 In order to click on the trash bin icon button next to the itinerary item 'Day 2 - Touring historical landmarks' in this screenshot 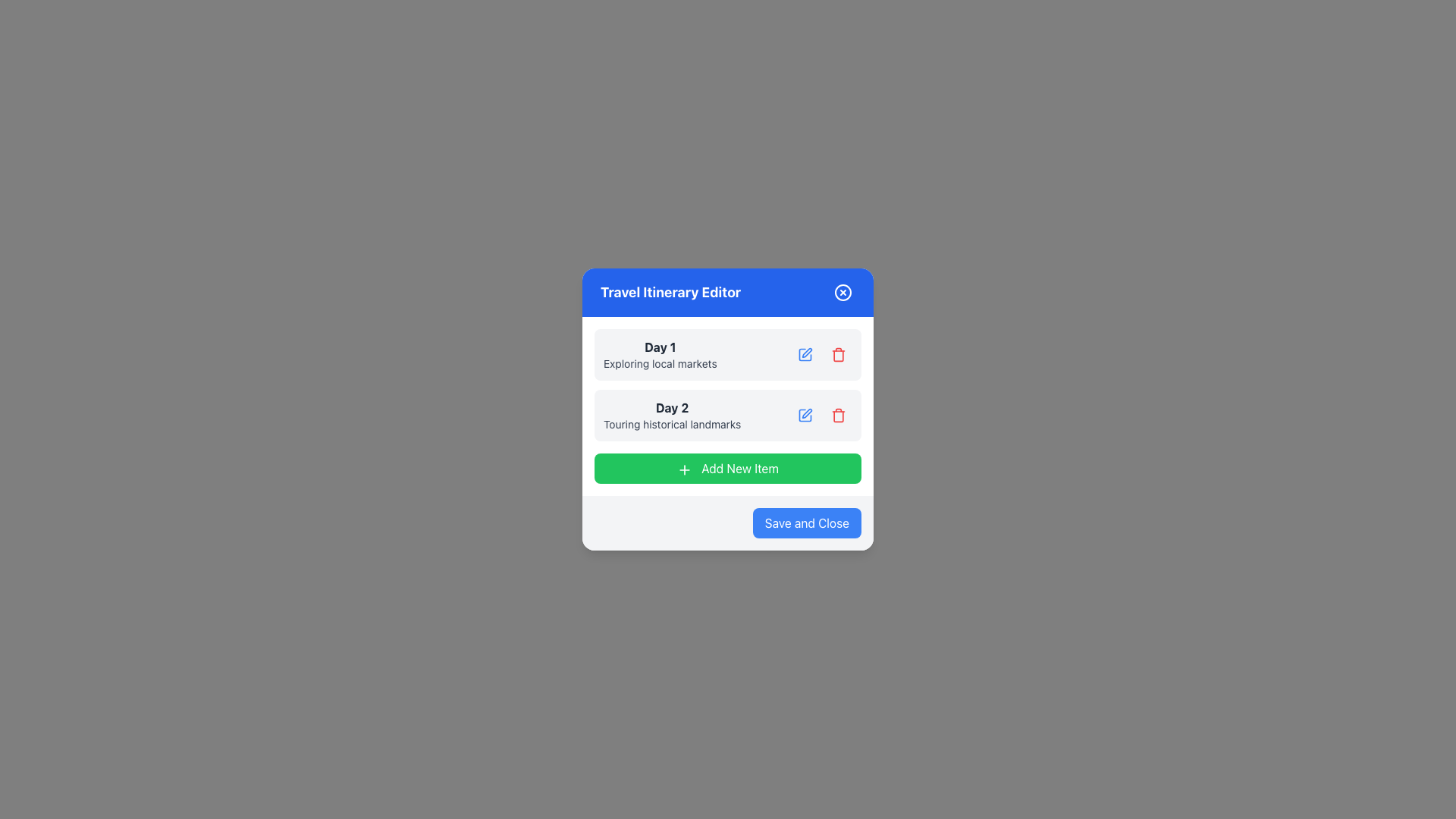, I will do `click(837, 415)`.